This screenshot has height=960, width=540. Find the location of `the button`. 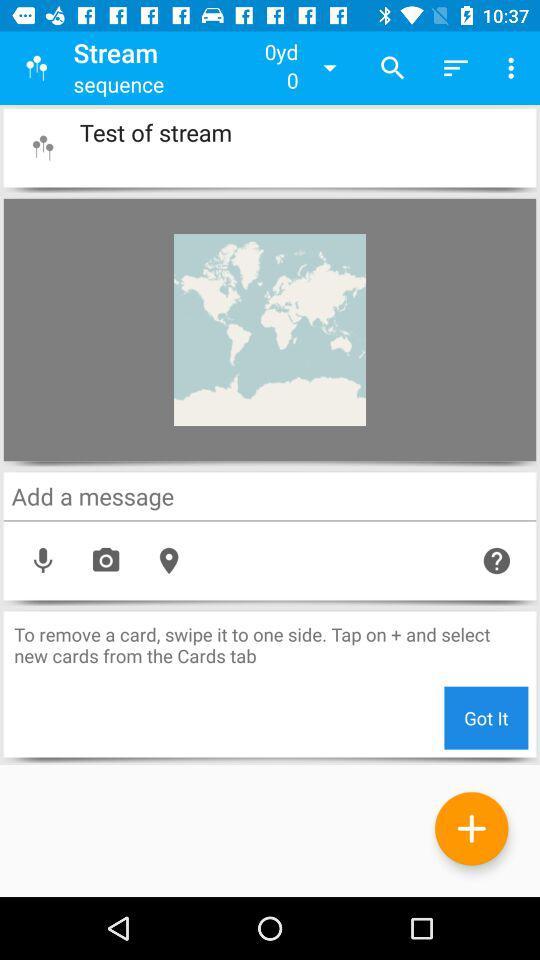

the button is located at coordinates (43, 147).